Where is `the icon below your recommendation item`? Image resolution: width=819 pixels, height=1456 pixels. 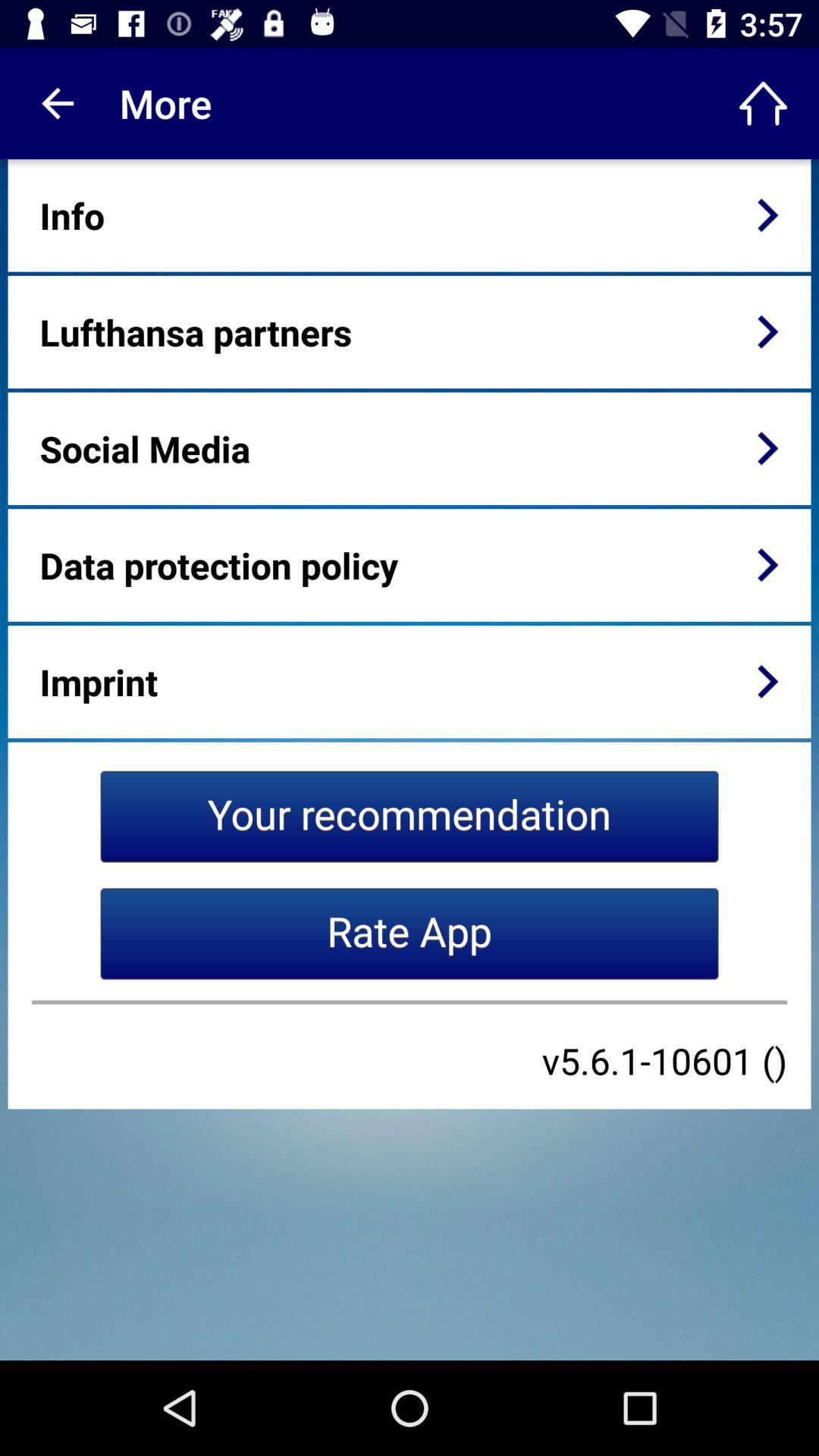
the icon below your recommendation item is located at coordinates (409, 933).